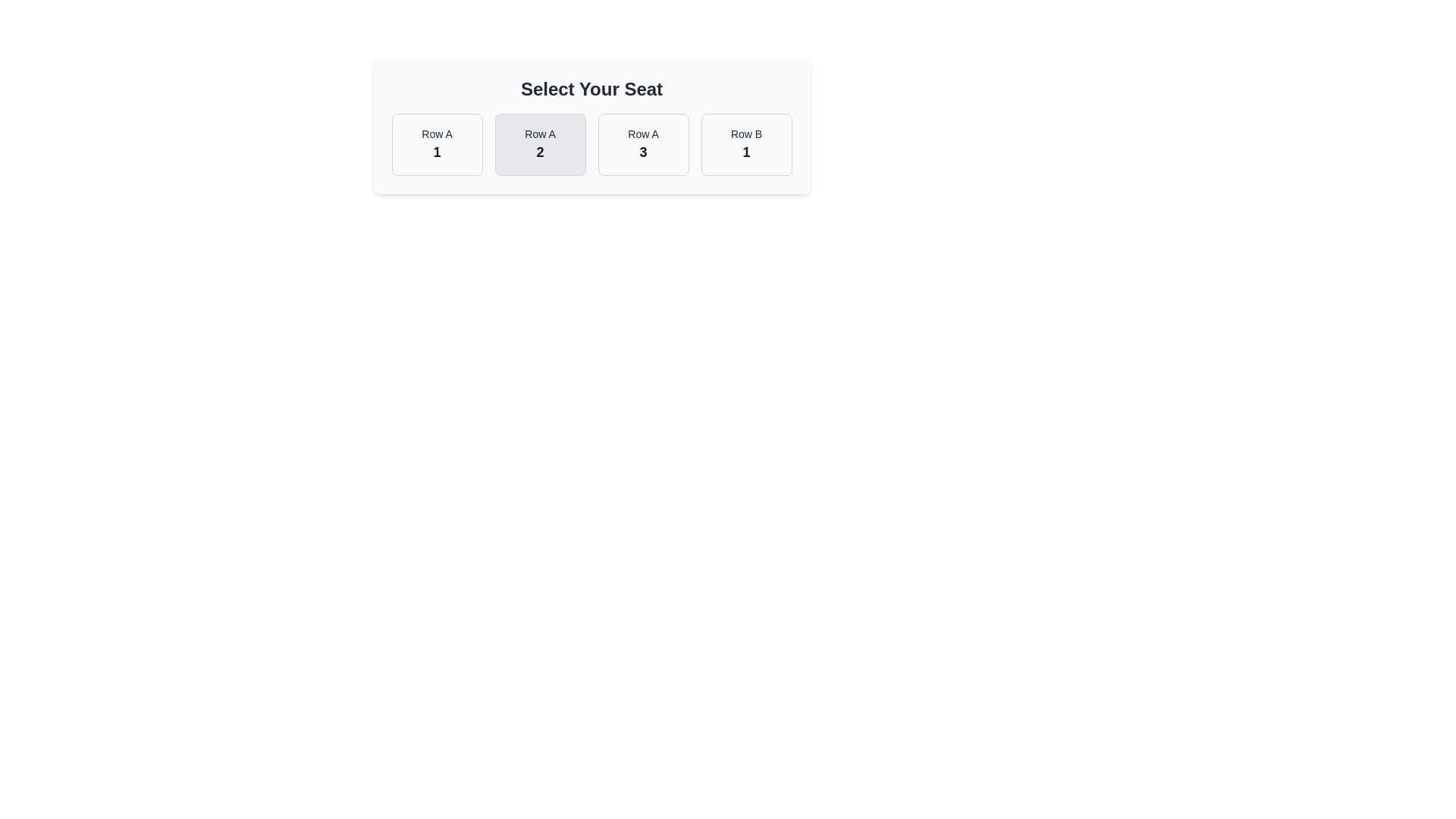  Describe the element at coordinates (591, 89) in the screenshot. I see `the heading element that serves as a title for the seat selection interface, which is centrally positioned above the seat options grid` at that location.